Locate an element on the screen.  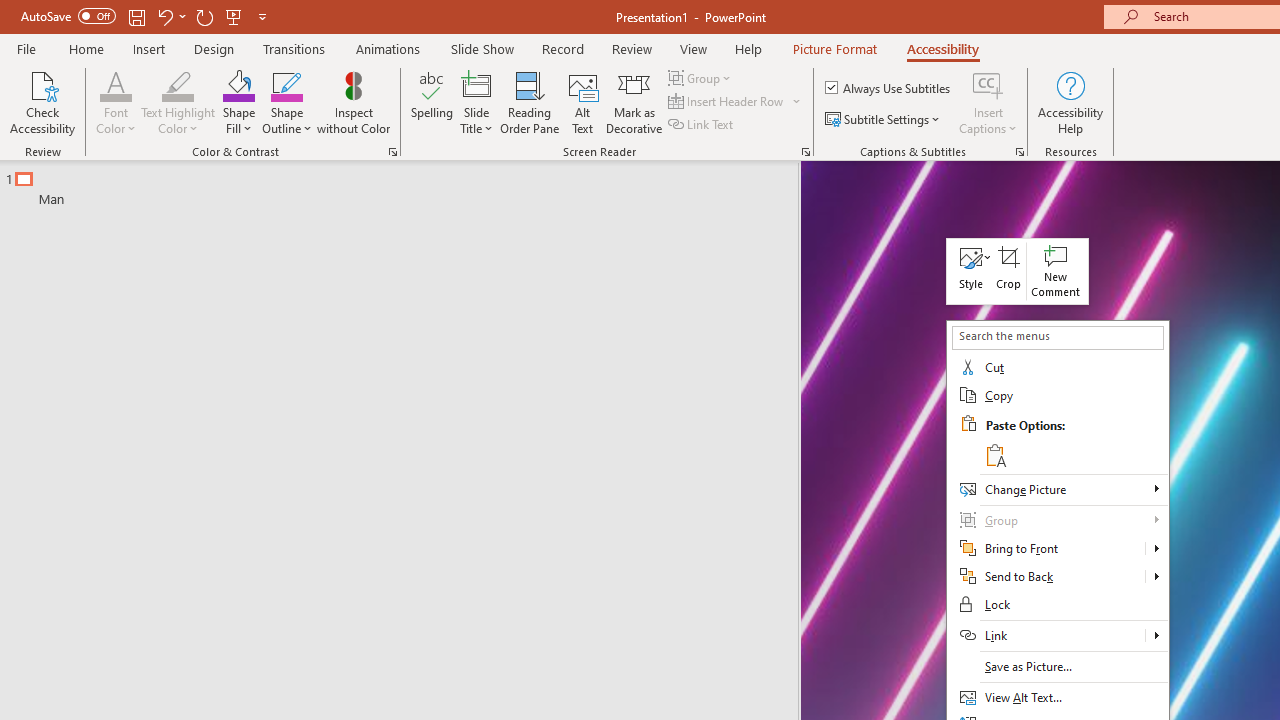
'Paste Options' is located at coordinates (1072, 440).